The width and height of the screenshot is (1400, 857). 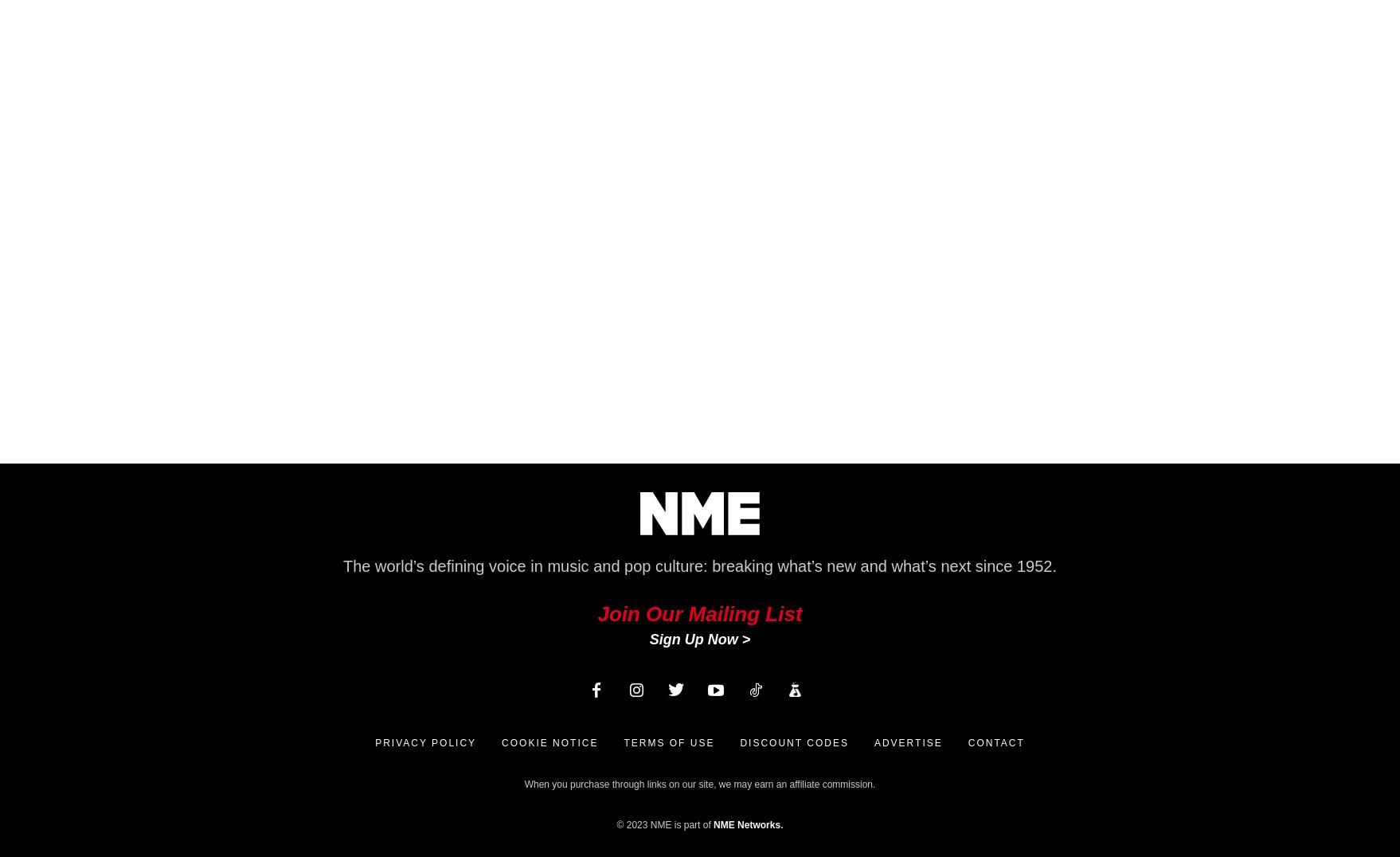 What do you see at coordinates (747, 824) in the screenshot?
I see `'NME Networks'` at bounding box center [747, 824].